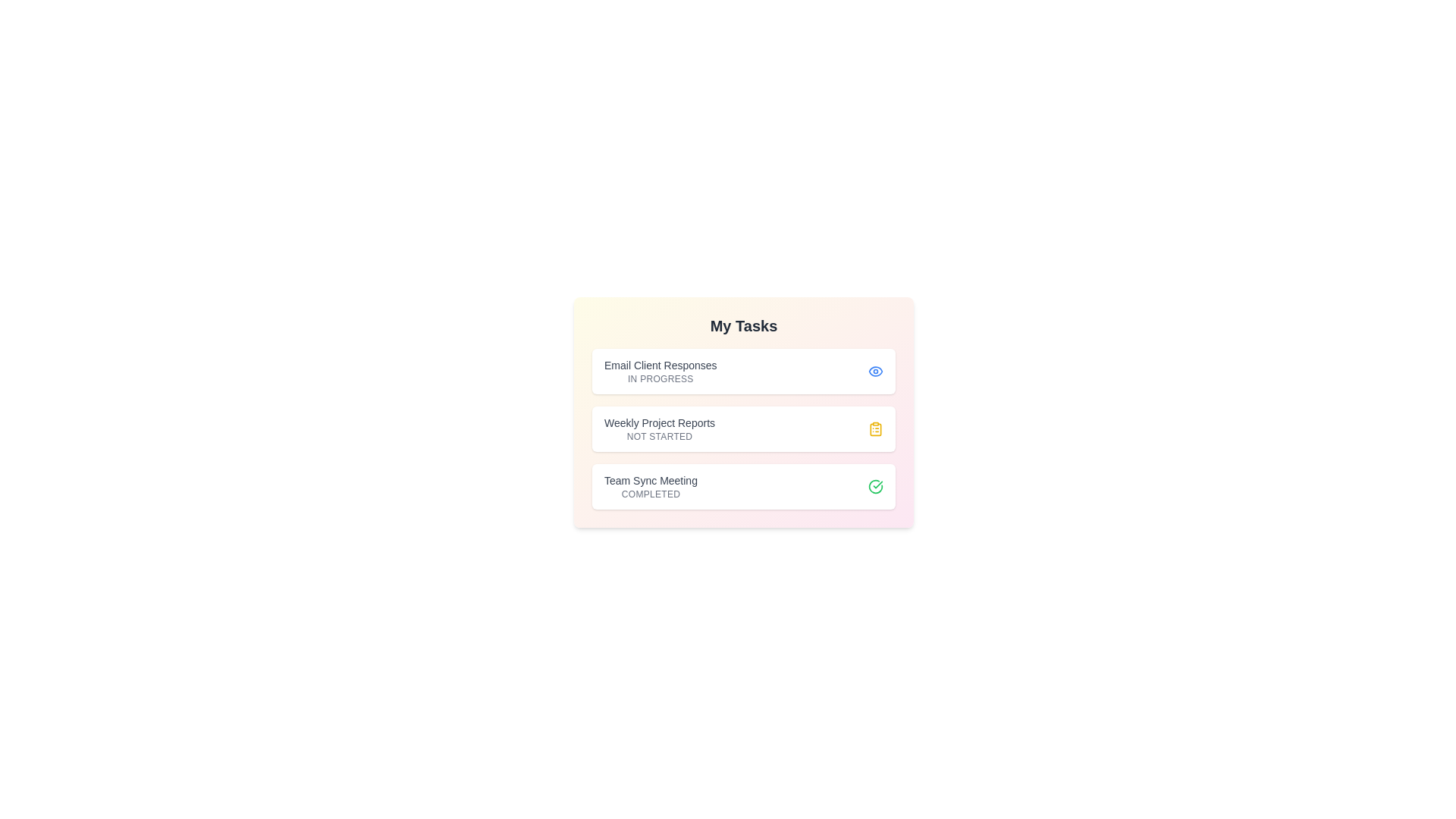 The height and width of the screenshot is (819, 1456). Describe the element at coordinates (651, 486) in the screenshot. I see `the task name to view its details. The task to click is specified by the parameter Team Sync Meeting` at that location.